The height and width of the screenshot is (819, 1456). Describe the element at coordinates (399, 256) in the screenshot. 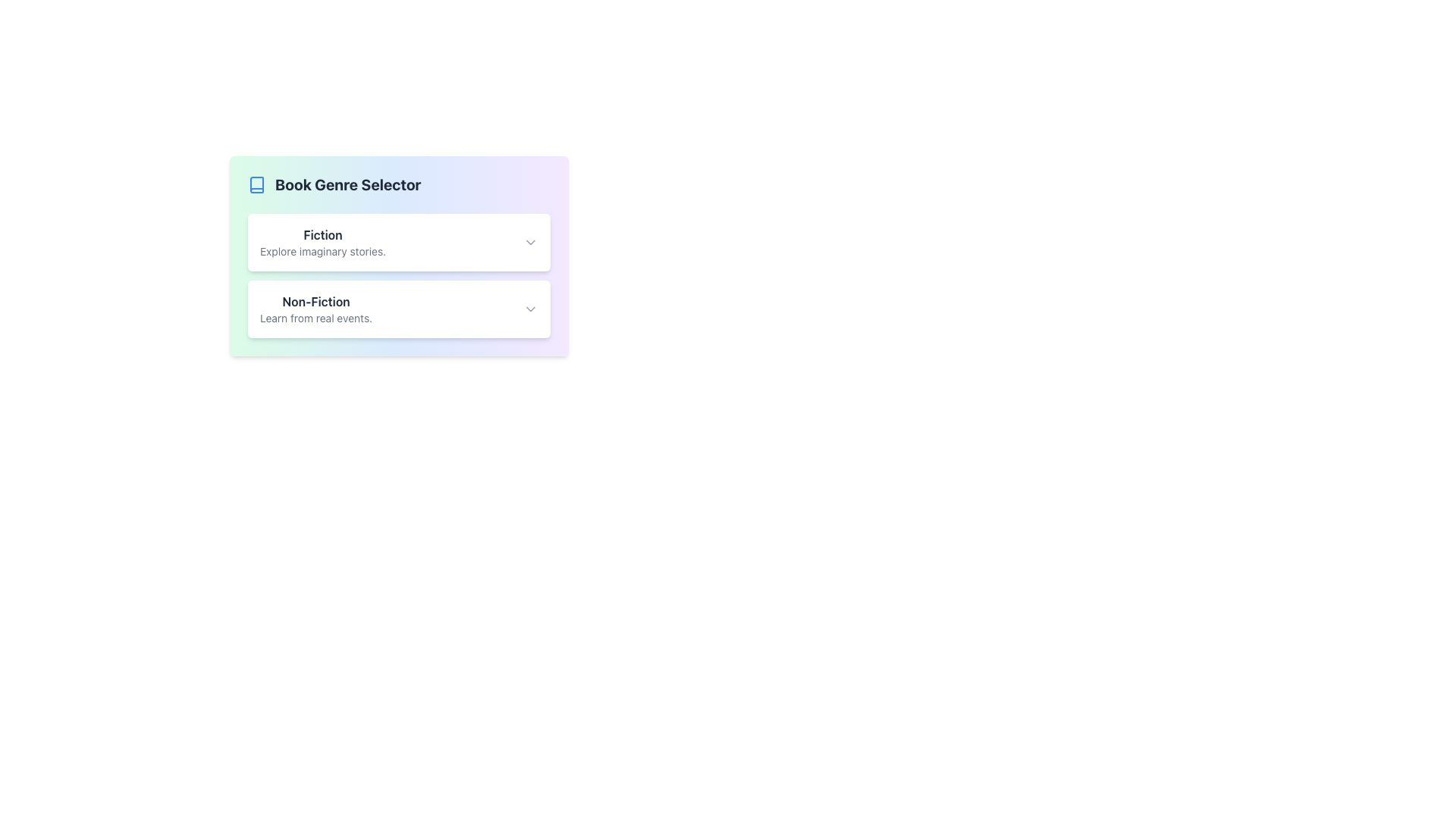

I see `the 'Fiction' and 'Non-Fiction' options in the 'Book Genre Selector' component` at that location.